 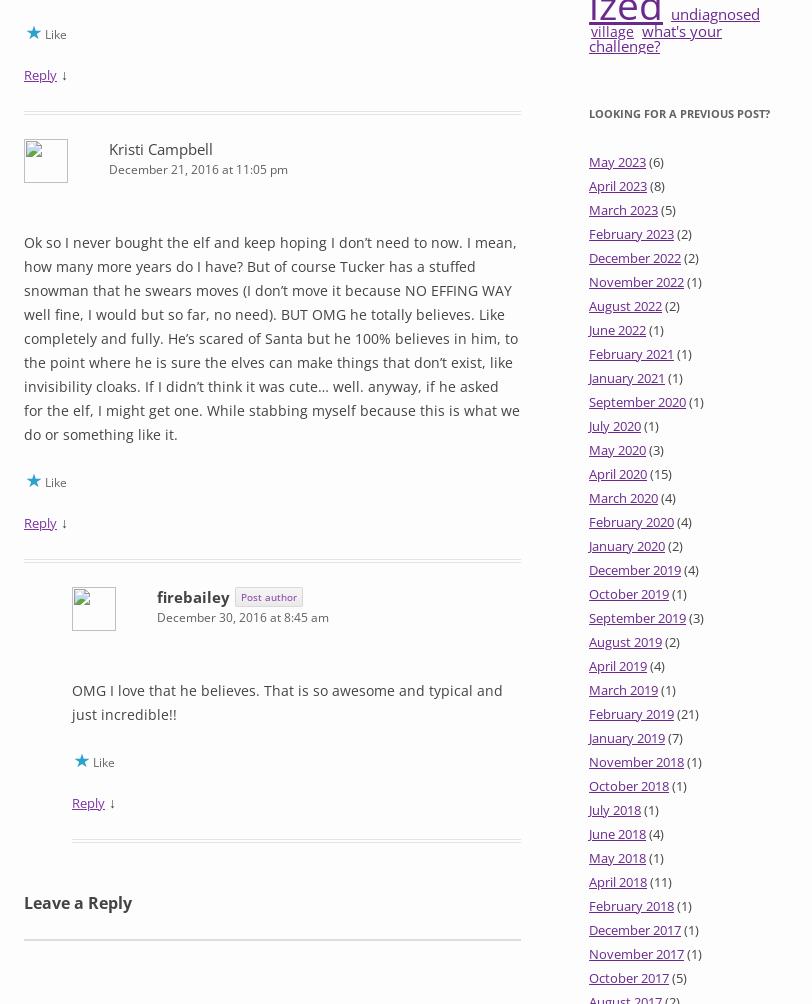 I want to click on 'Post author', so click(x=241, y=595).